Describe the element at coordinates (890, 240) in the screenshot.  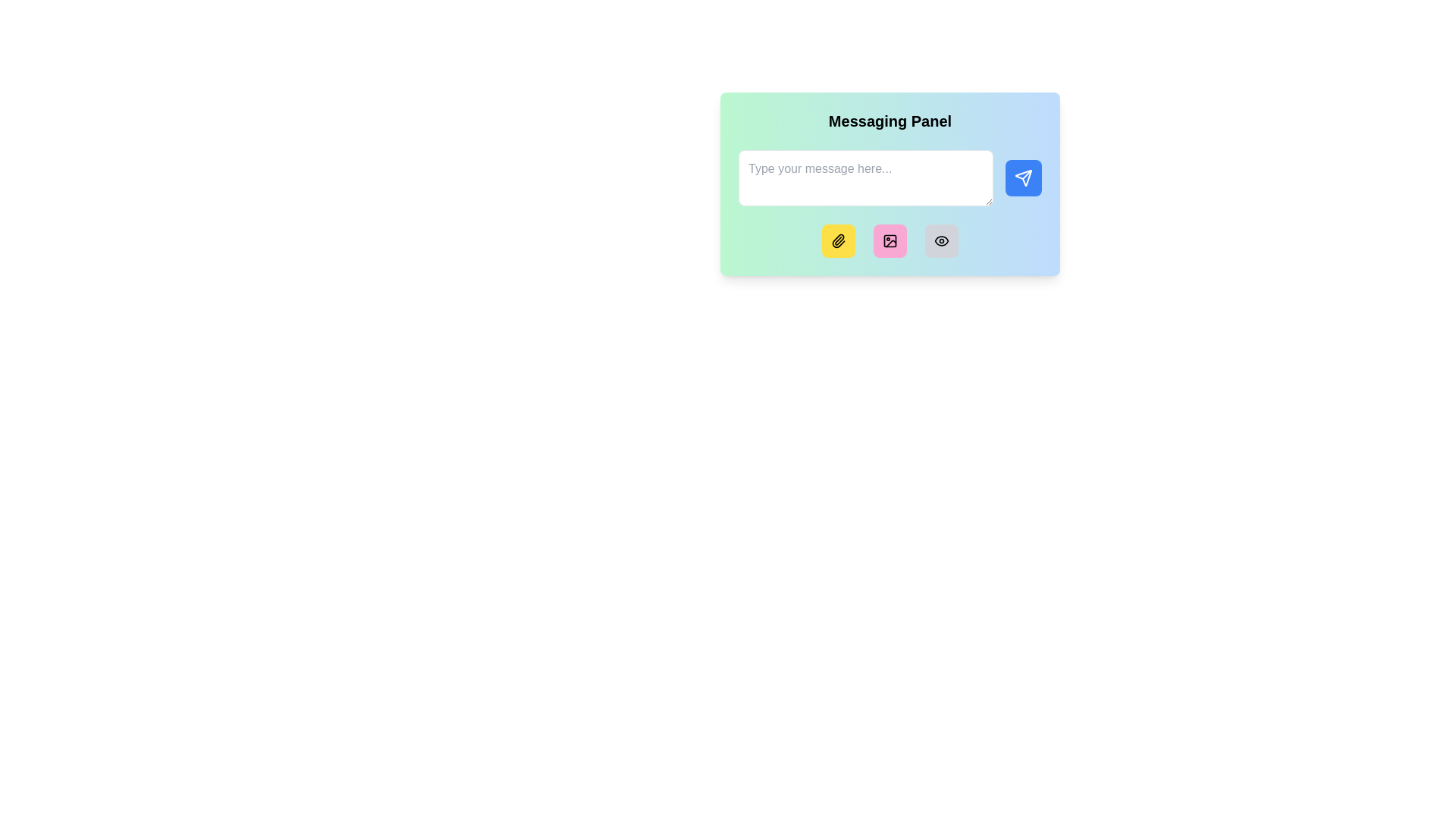
I see `the pink square button with a stylized picture icon` at that location.